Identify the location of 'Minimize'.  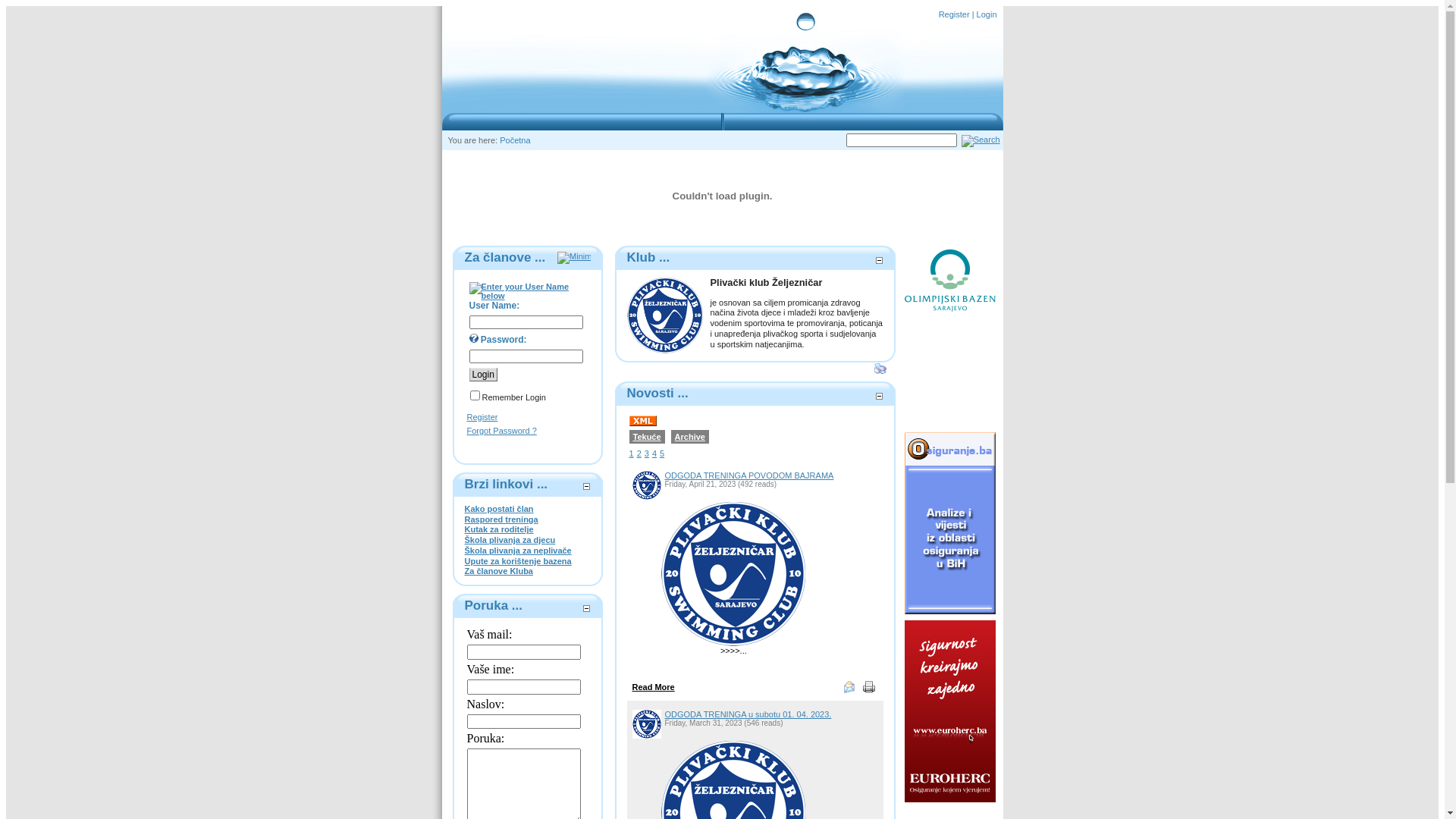
(874, 257).